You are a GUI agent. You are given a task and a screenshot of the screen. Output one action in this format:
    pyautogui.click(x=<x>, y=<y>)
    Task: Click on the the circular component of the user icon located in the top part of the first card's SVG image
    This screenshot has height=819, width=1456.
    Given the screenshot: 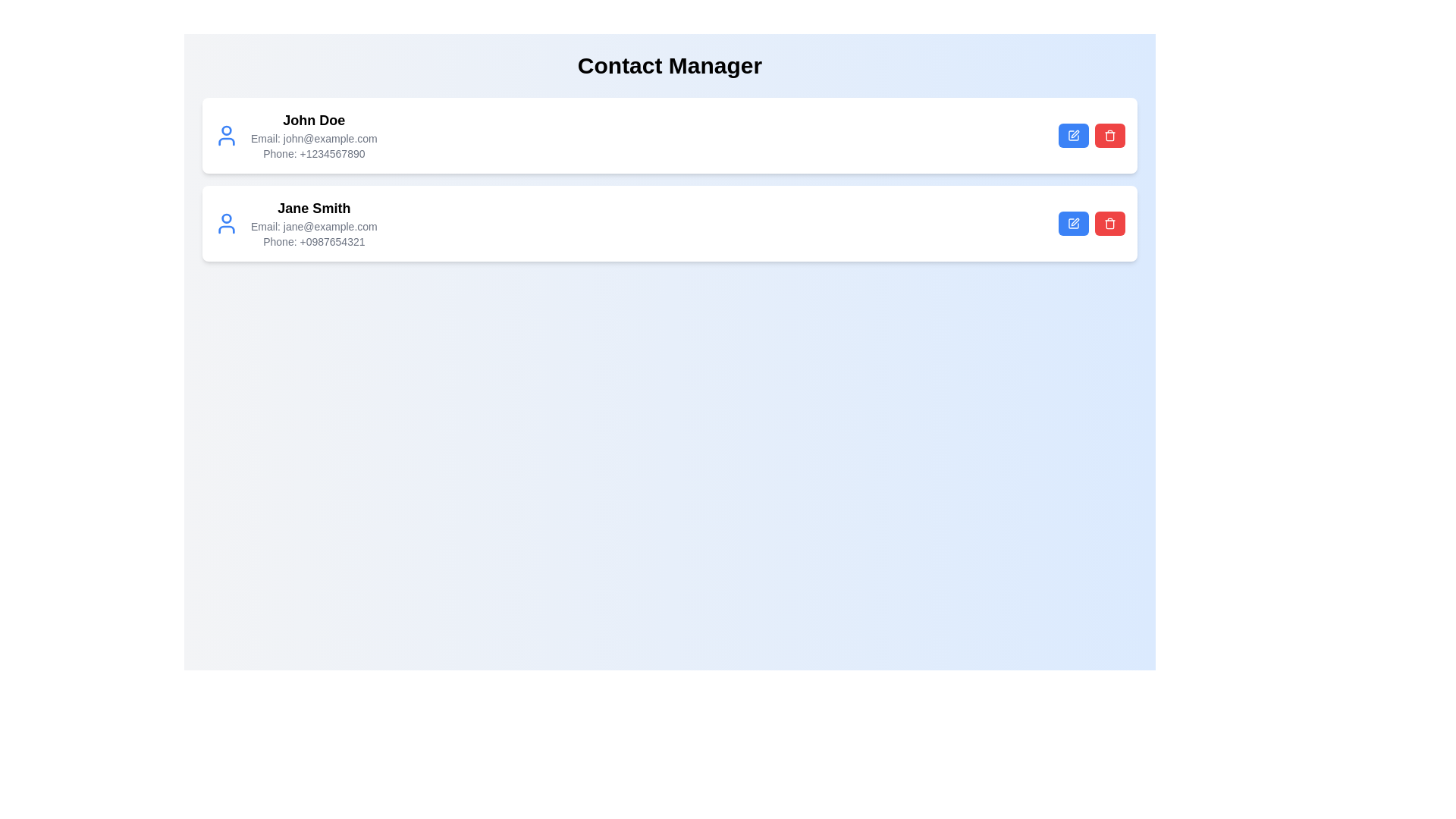 What is the action you would take?
    pyautogui.click(x=225, y=130)
    